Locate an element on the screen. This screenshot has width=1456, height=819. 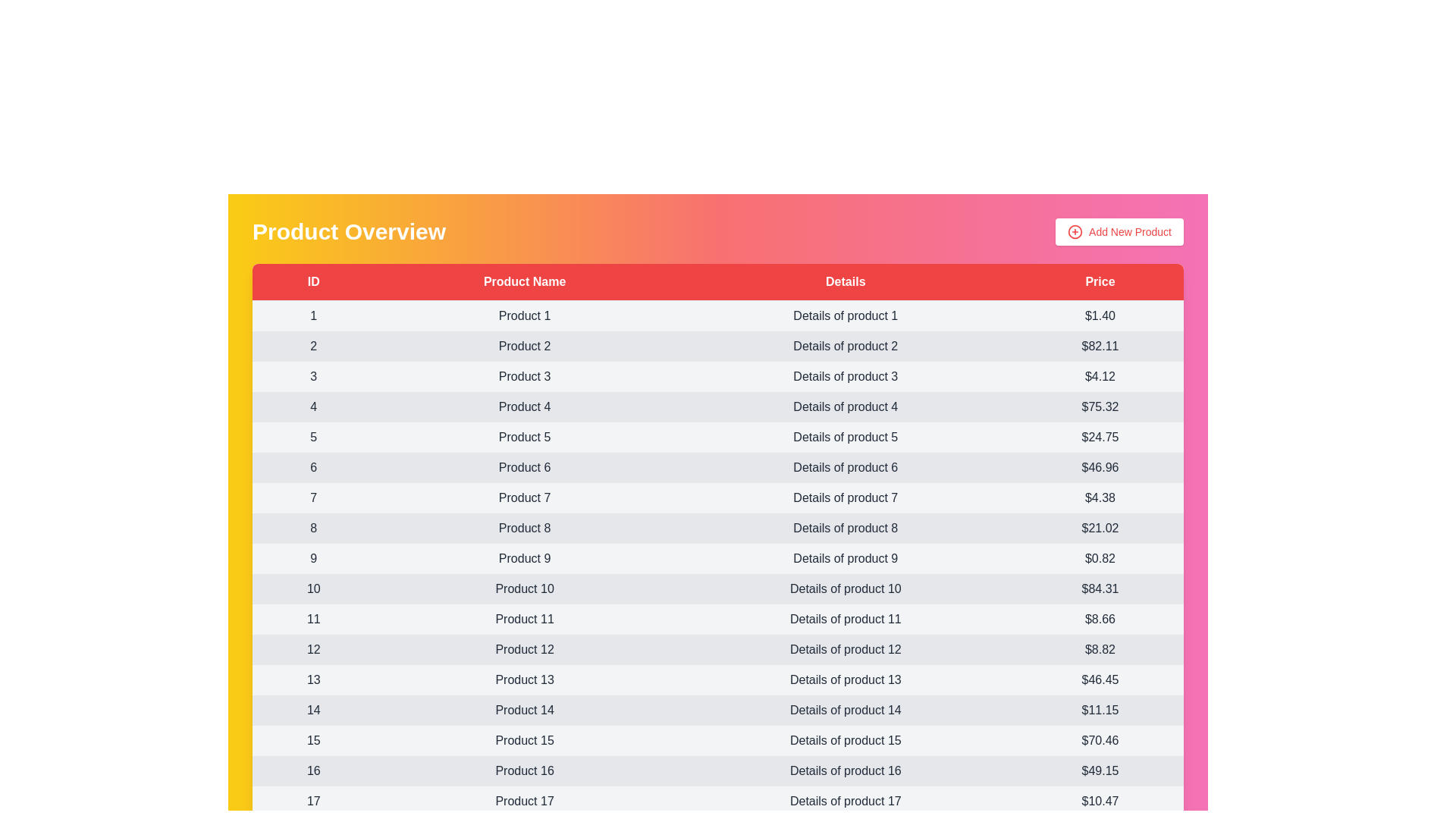
the 'Add New Product' button is located at coordinates (1119, 231).